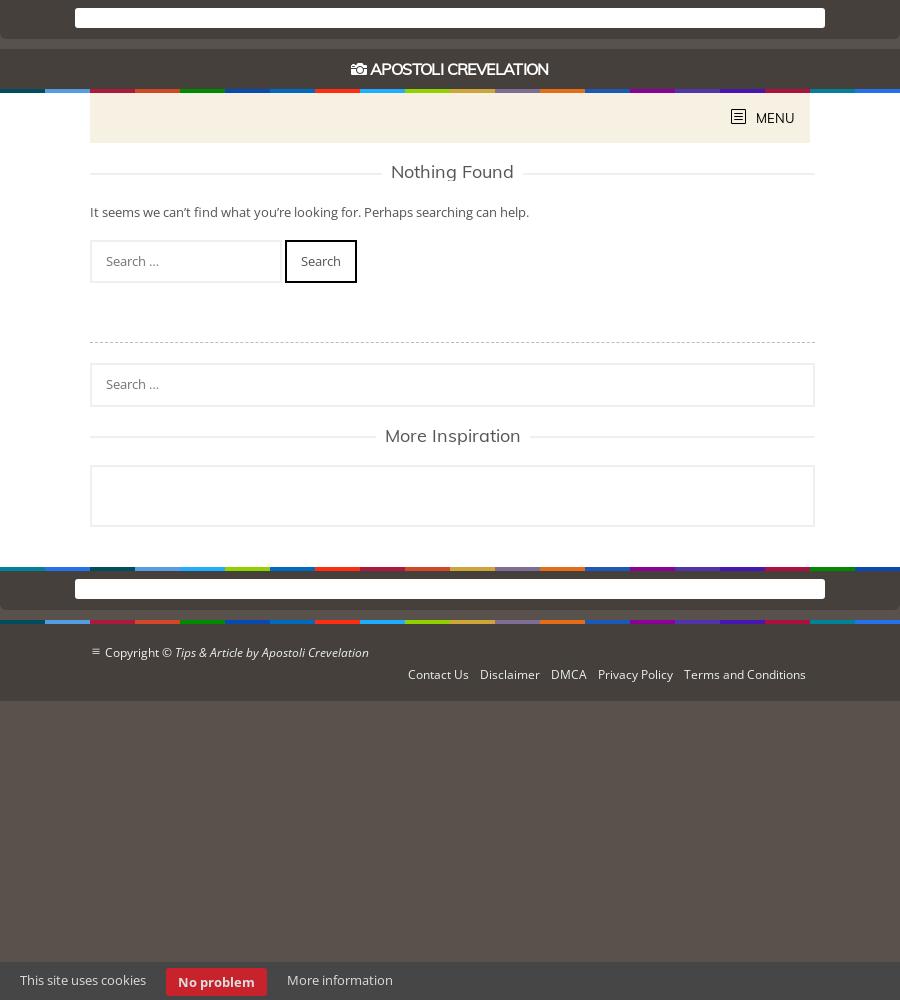 This screenshot has width=900, height=1000. I want to click on 'No problem', so click(216, 981).